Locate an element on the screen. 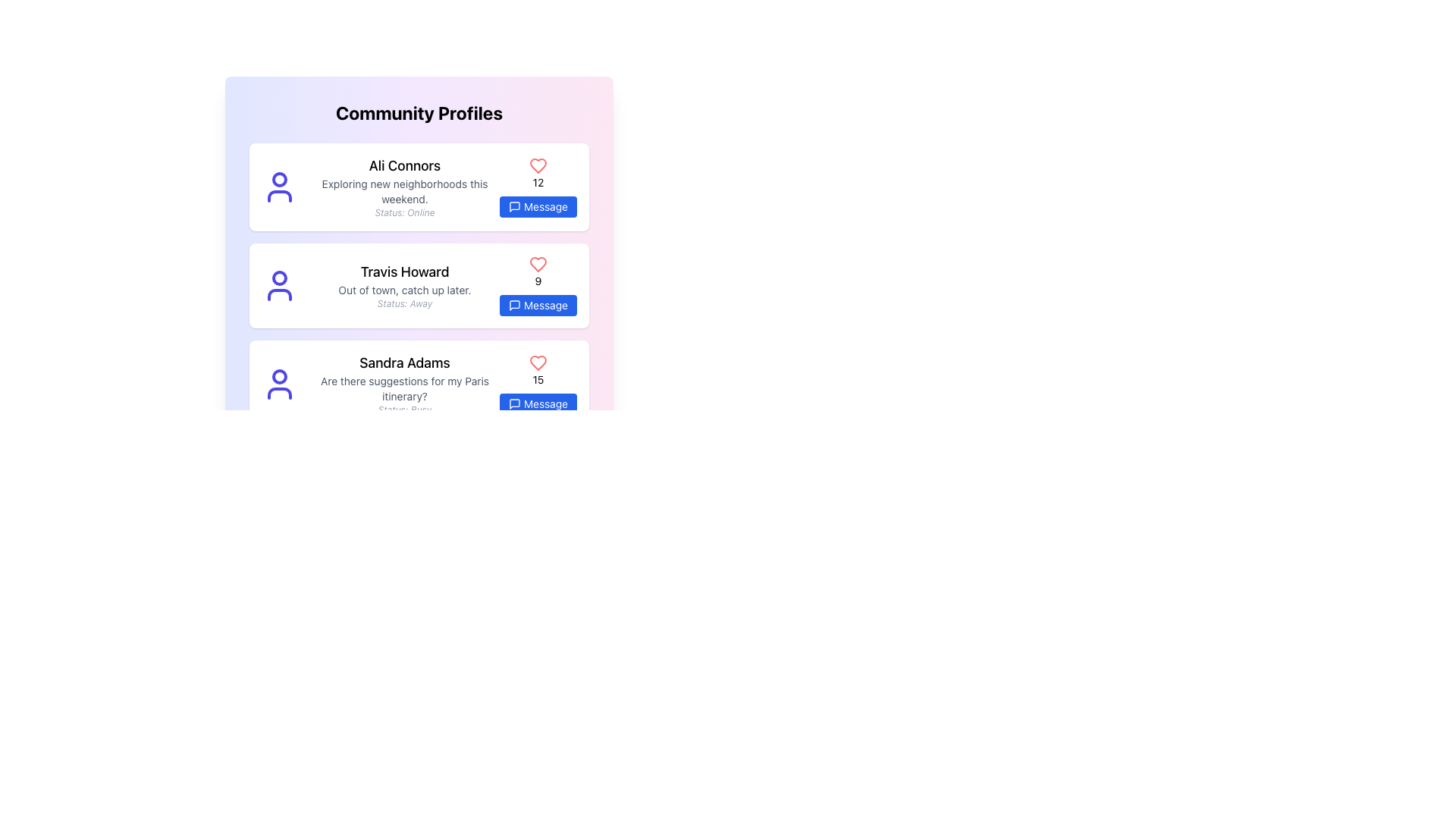 The height and width of the screenshot is (819, 1456). the italicized text label reading 'Status: Busy' in muted gray color, located beneath the user's query about Paris itinerary is located at coordinates (404, 409).